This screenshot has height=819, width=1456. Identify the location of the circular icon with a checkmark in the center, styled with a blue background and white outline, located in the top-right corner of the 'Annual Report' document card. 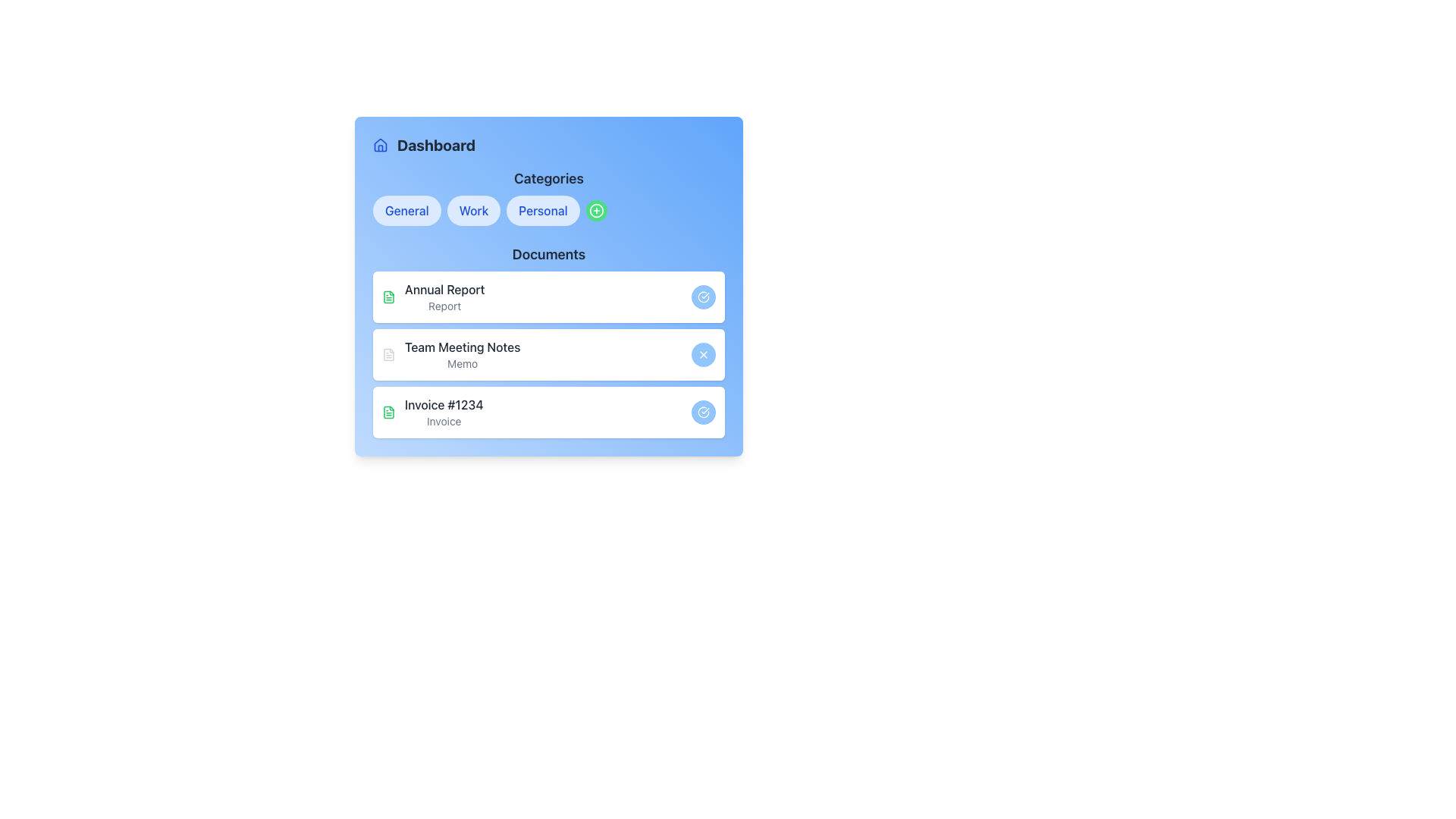
(702, 297).